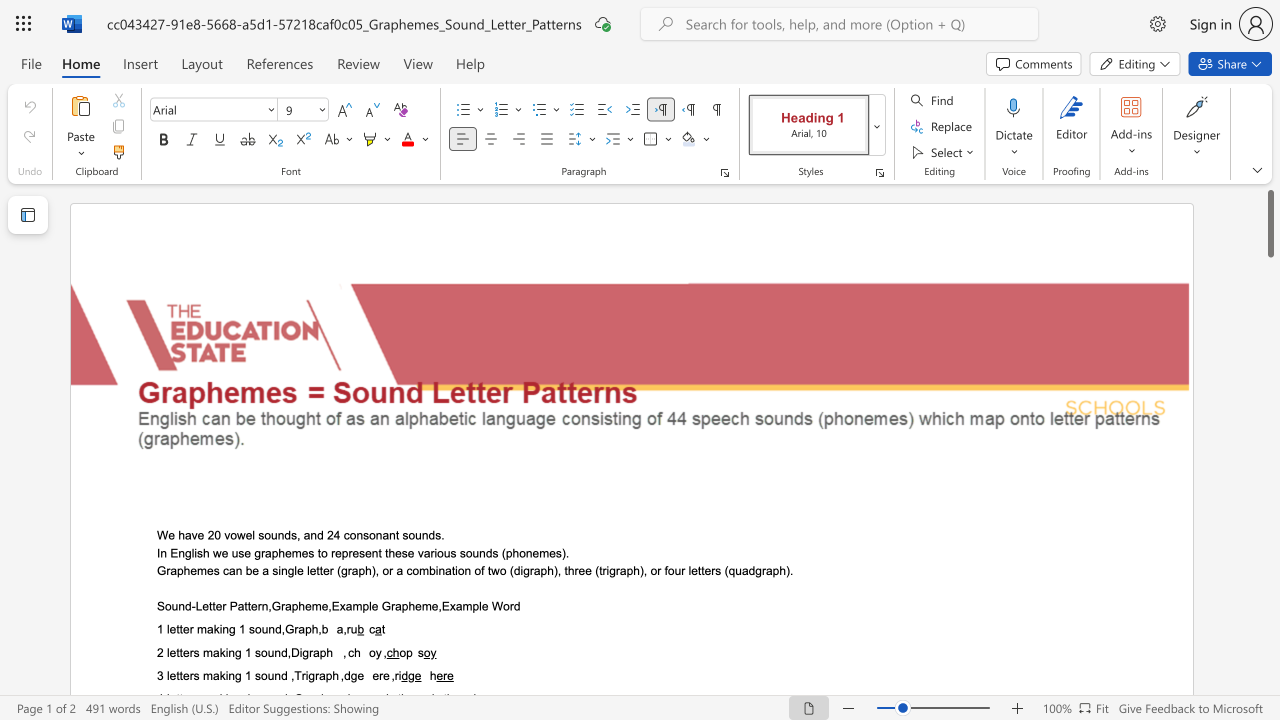 The image size is (1280, 720). What do you see at coordinates (1269, 598) in the screenshot?
I see `the right-hand scrollbar to descend the page` at bounding box center [1269, 598].